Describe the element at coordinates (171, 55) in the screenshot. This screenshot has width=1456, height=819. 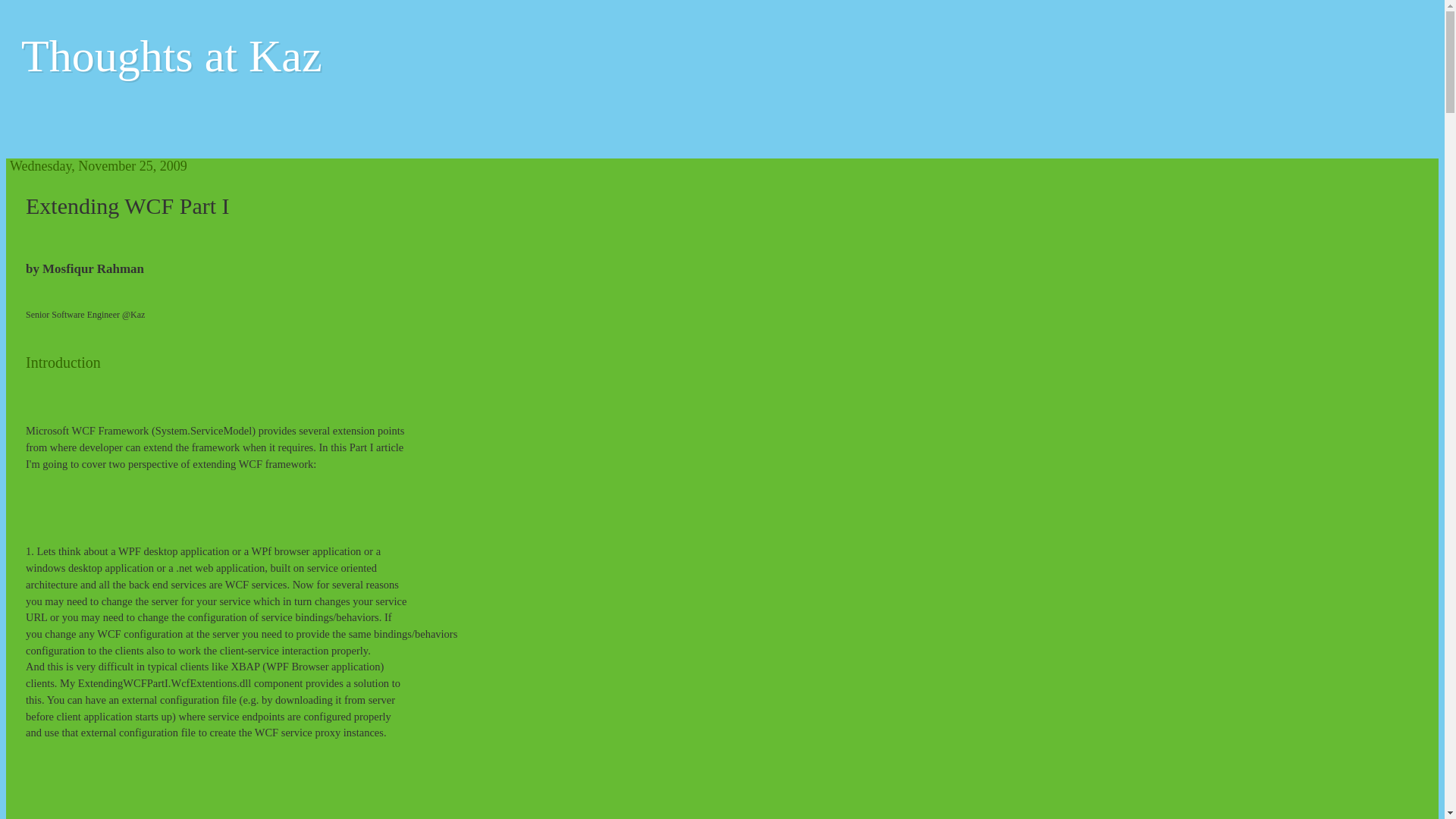
I see `'Thoughts at Kaz'` at that location.